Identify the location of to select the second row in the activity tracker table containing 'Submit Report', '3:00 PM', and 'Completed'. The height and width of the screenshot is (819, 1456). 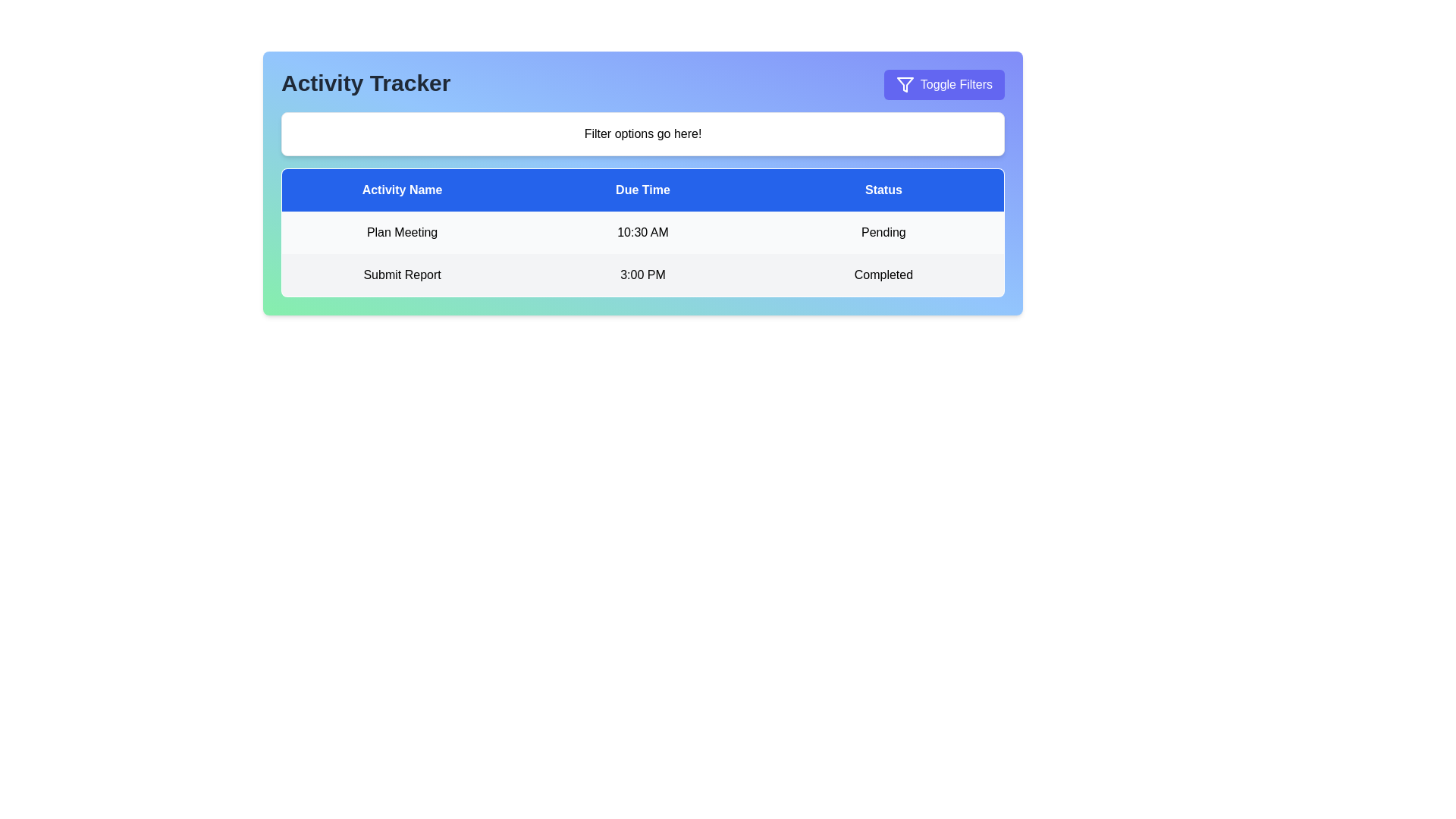
(643, 275).